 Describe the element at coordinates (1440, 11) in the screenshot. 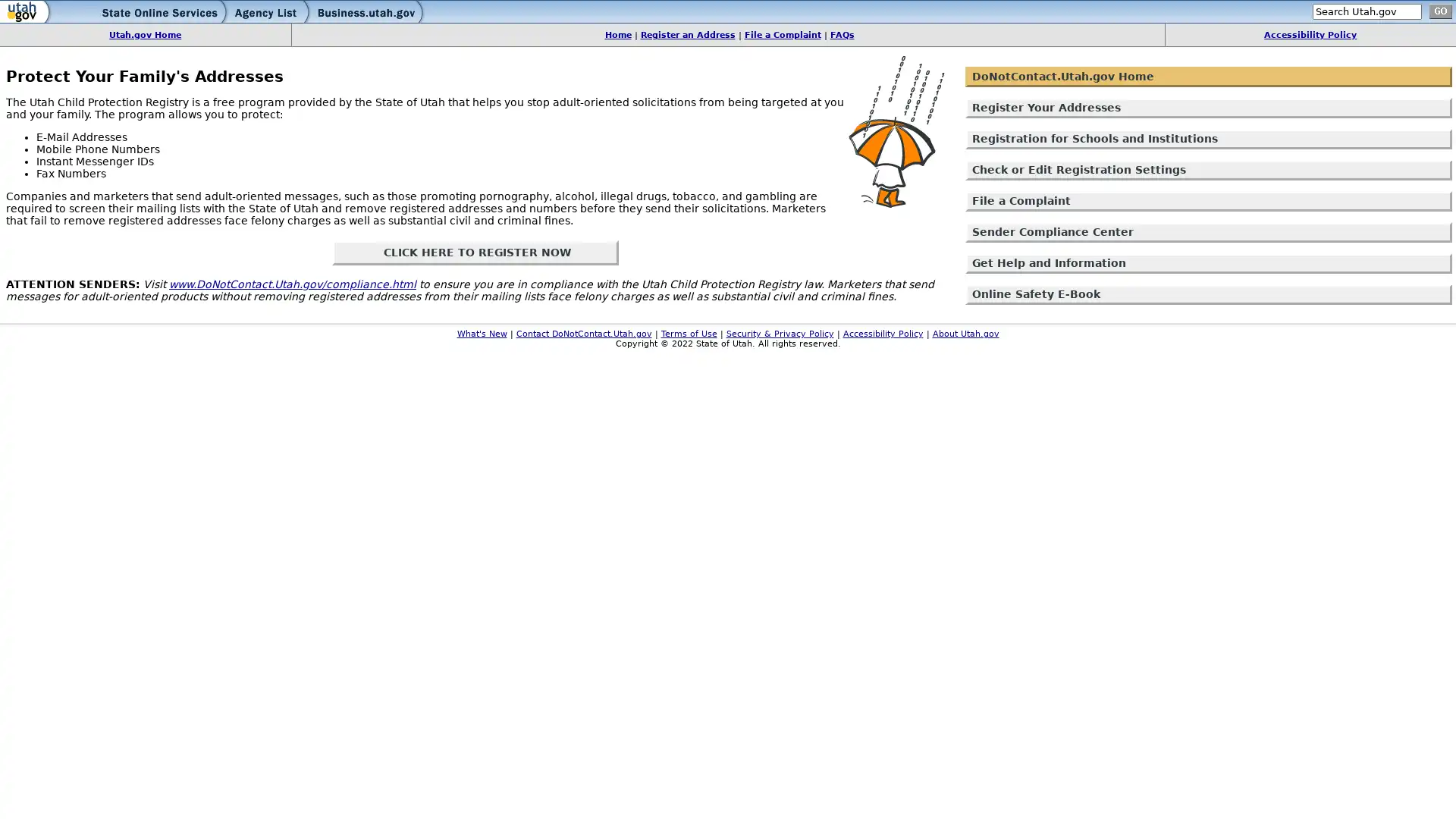

I see `go` at that location.